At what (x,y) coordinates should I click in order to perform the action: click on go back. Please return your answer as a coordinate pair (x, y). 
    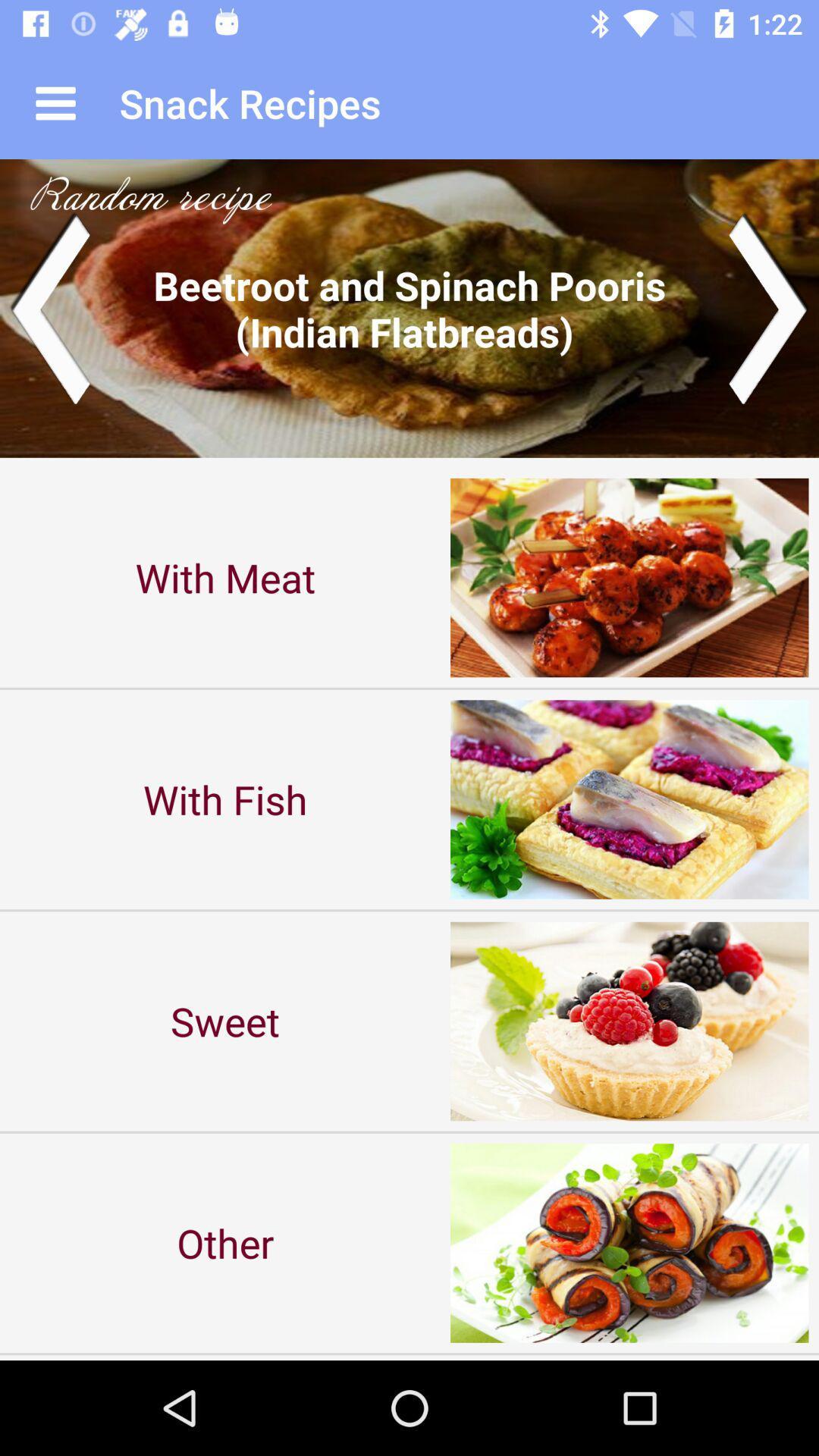
    Looking at the image, I should click on (49, 307).